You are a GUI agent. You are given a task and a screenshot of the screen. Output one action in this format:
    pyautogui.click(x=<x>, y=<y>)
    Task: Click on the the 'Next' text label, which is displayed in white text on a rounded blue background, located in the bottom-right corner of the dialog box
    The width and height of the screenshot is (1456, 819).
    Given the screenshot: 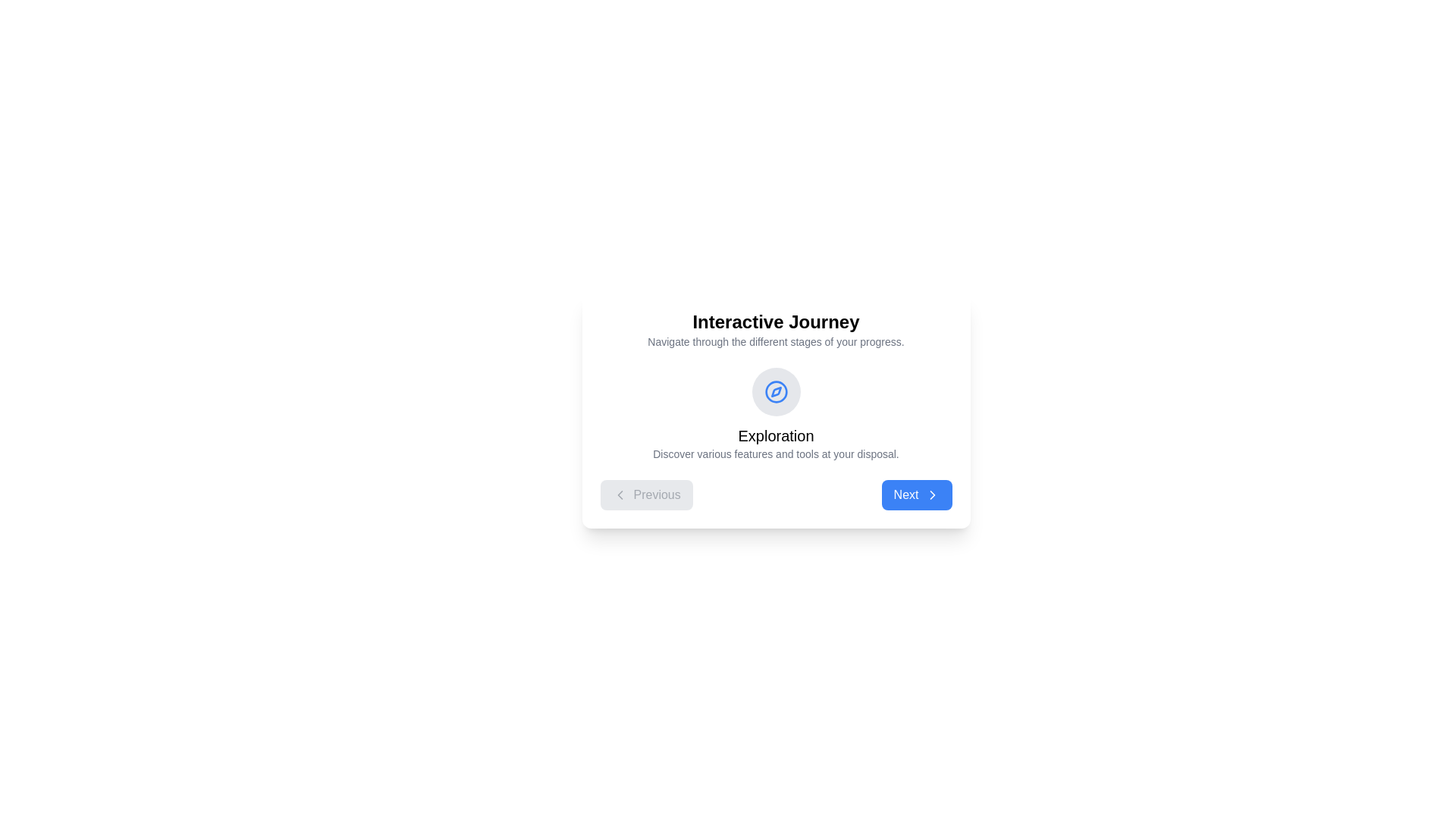 What is the action you would take?
    pyautogui.click(x=906, y=494)
    